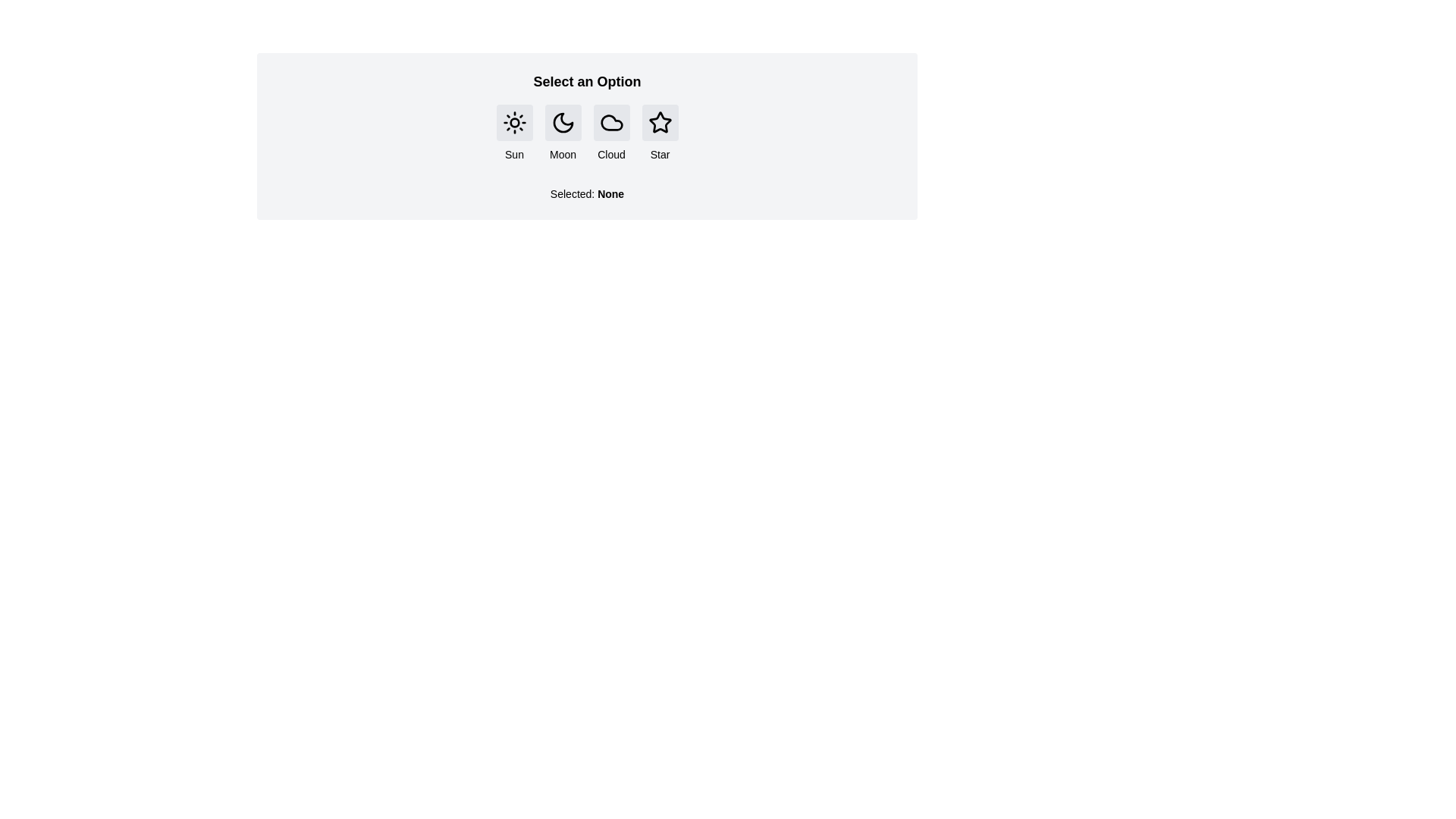 The height and width of the screenshot is (819, 1456). Describe the element at coordinates (660, 133) in the screenshot. I see `the non-interactive 'Star' button which contains a star icon and the label 'Star' below it, styled with a light gray background and black stroke` at that location.